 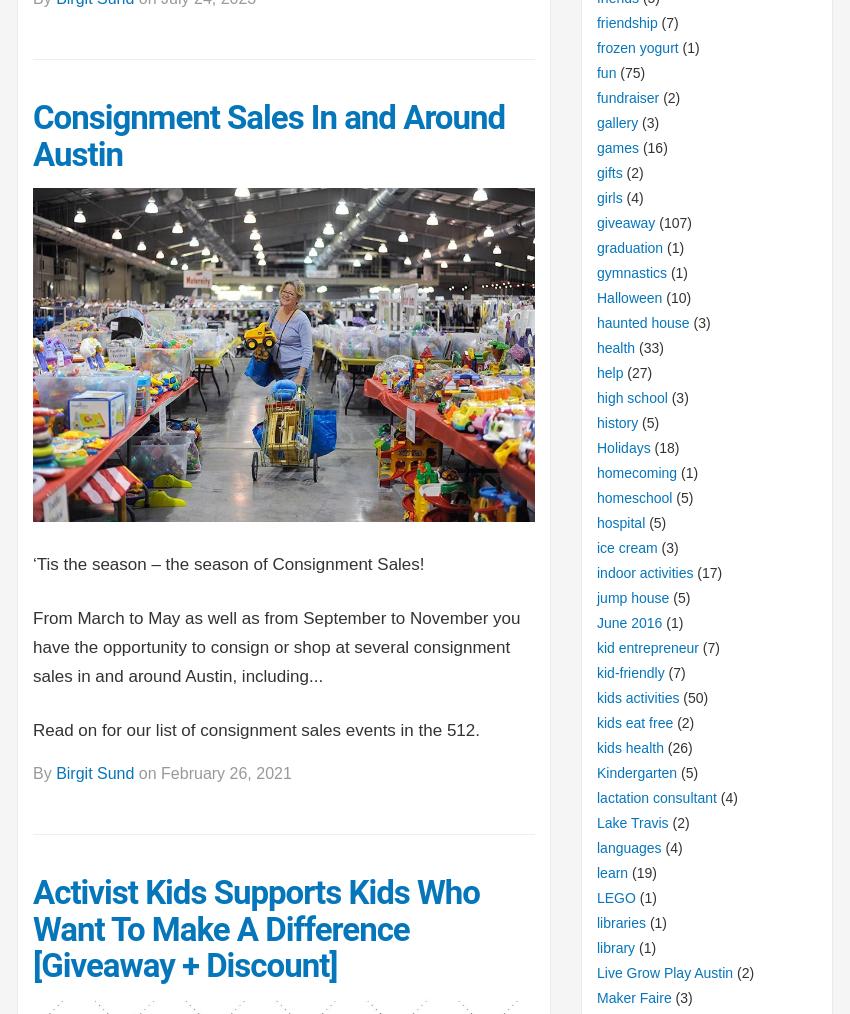 What do you see at coordinates (633, 720) in the screenshot?
I see `'kids eat free'` at bounding box center [633, 720].